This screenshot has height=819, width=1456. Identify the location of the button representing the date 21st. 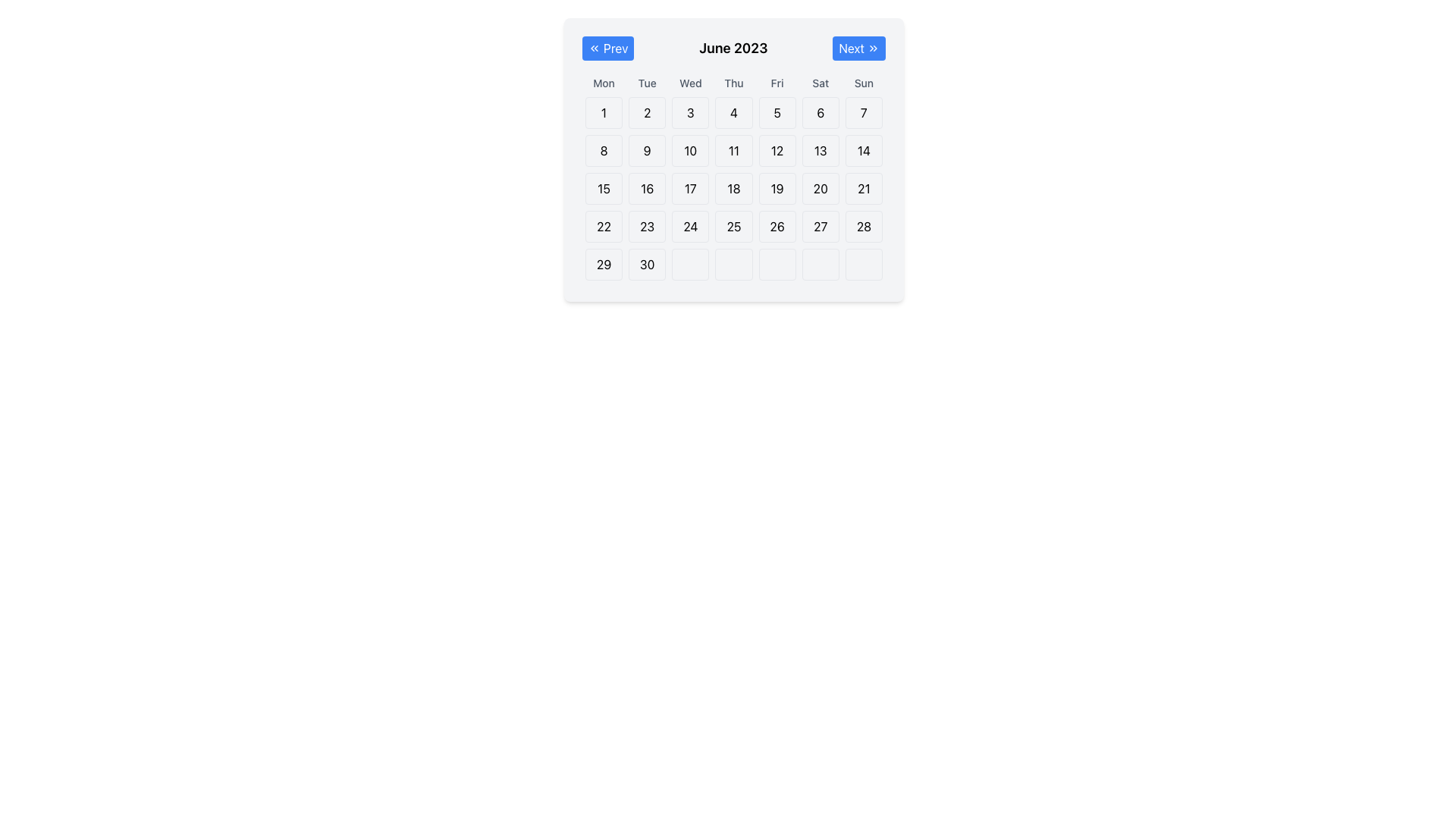
(864, 188).